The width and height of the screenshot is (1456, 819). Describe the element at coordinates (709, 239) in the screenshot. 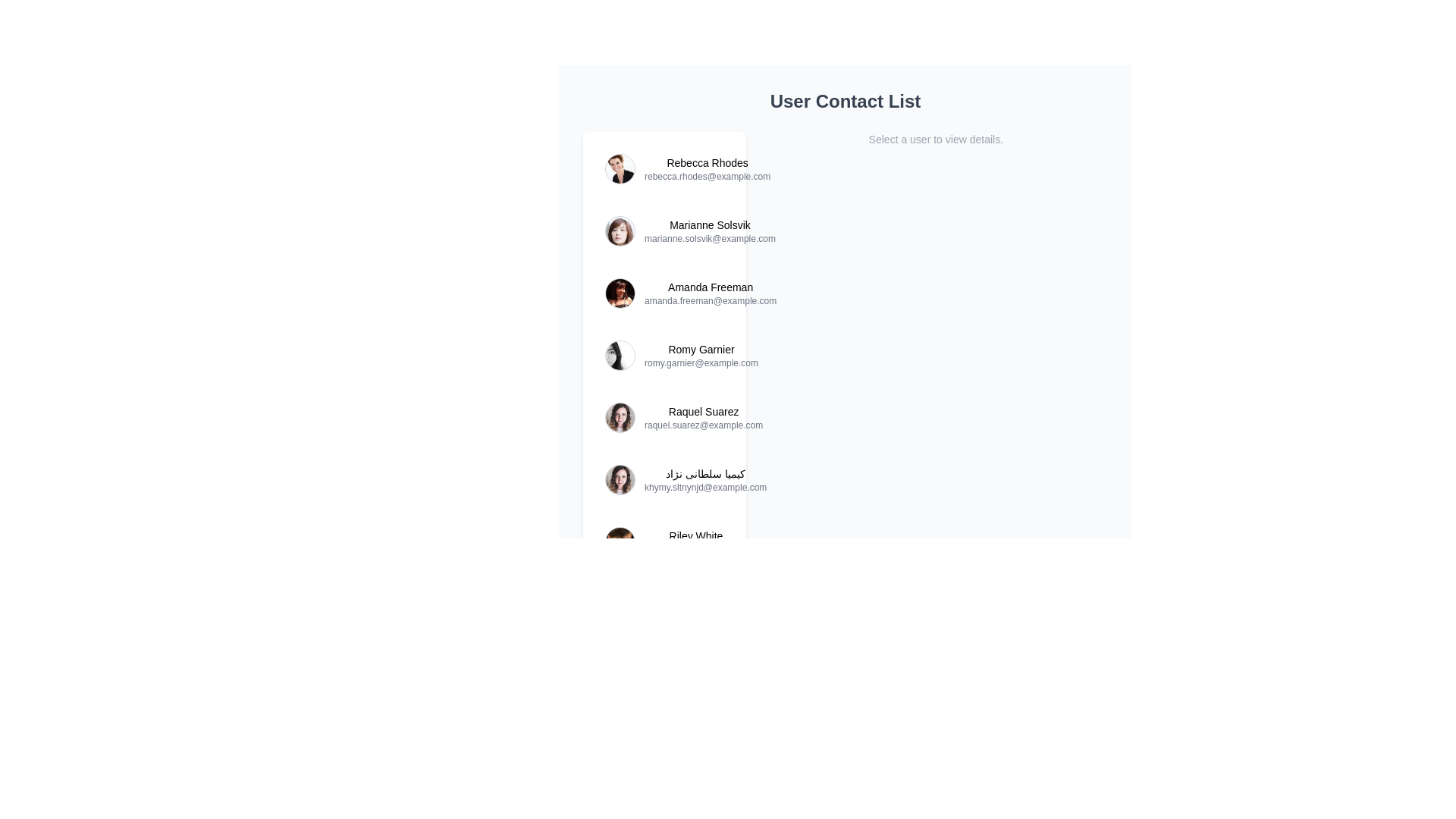

I see `the text element displaying the email address 'marianne.solsvik@example.com', which is located beneath the name 'Marianne Solsvik' in the contact information tile` at that location.